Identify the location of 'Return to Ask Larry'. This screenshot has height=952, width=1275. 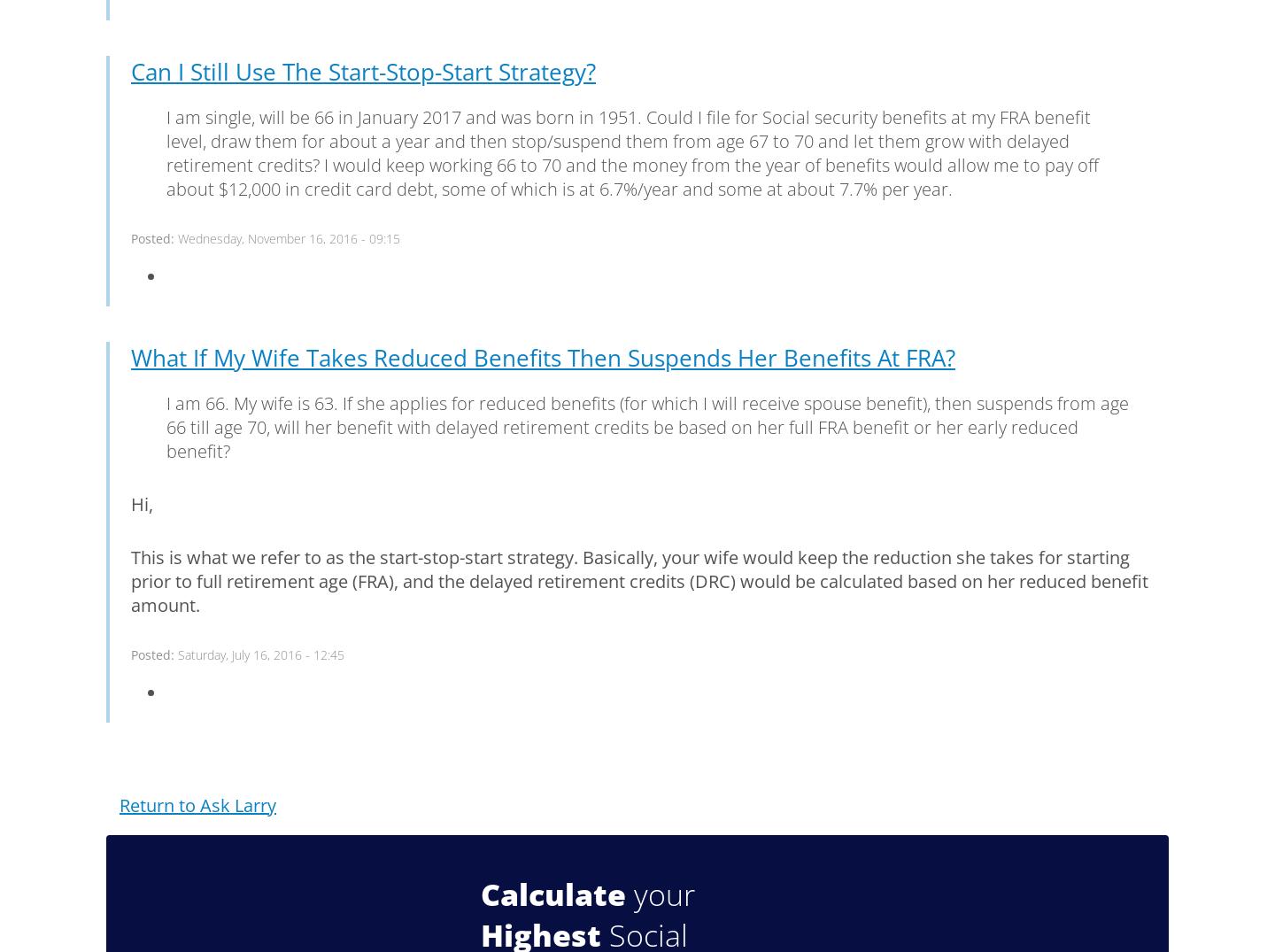
(197, 803).